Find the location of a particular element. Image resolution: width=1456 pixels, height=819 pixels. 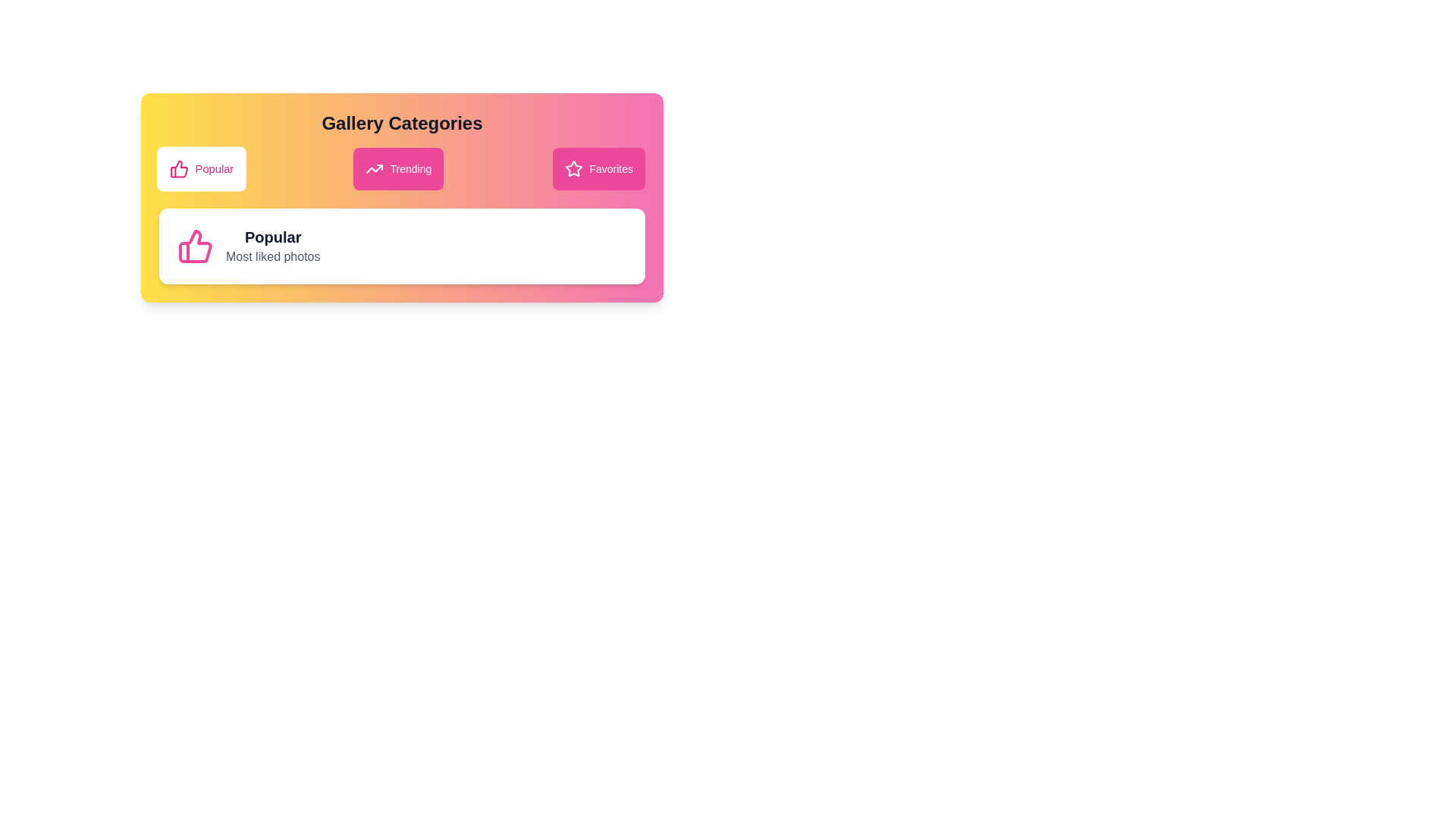

the 'like' icon located in the center of the white rectangular box under the 'Popular' section is located at coordinates (179, 169).